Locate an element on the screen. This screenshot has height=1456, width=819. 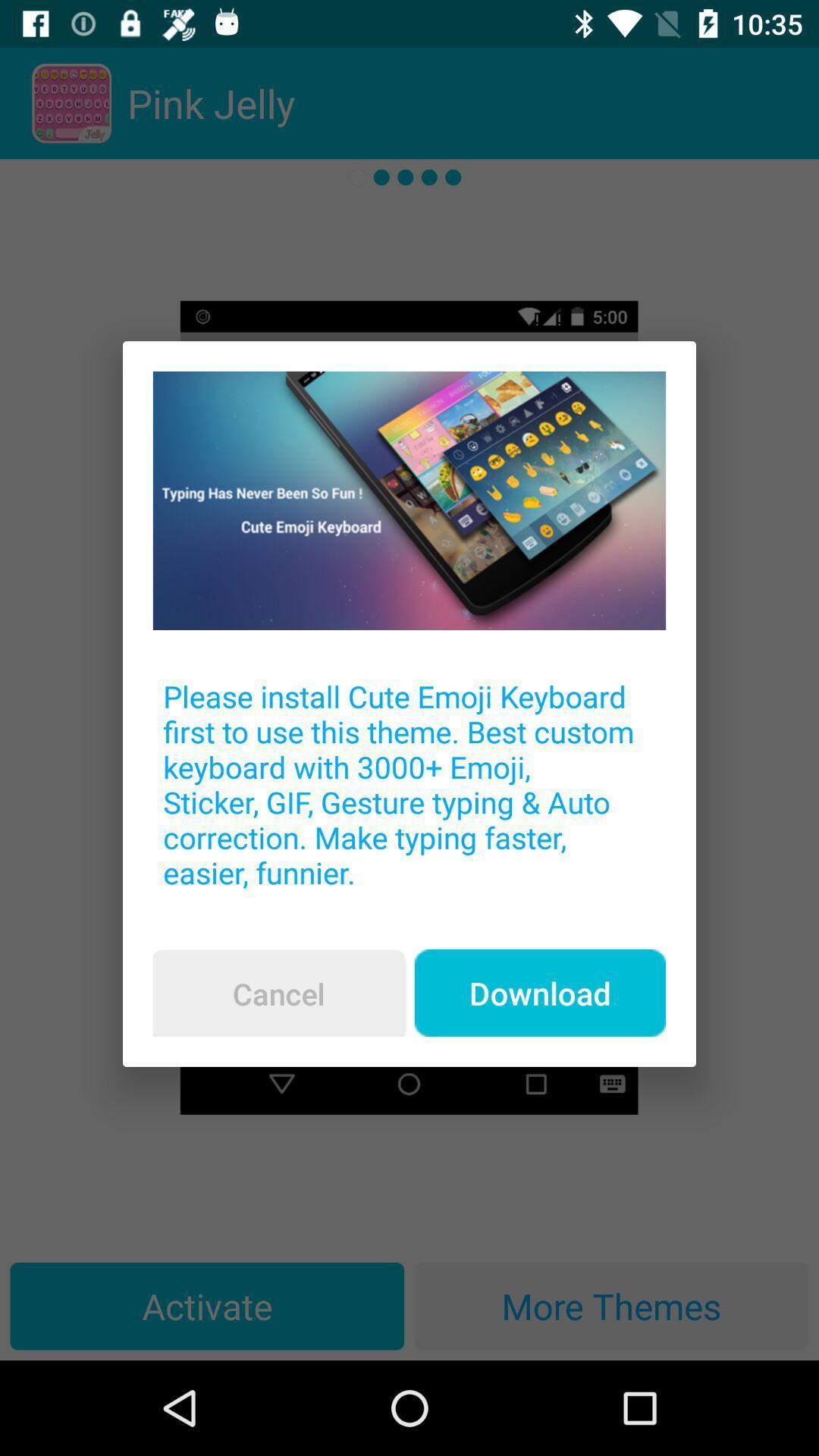
item below the please install cute is located at coordinates (278, 993).